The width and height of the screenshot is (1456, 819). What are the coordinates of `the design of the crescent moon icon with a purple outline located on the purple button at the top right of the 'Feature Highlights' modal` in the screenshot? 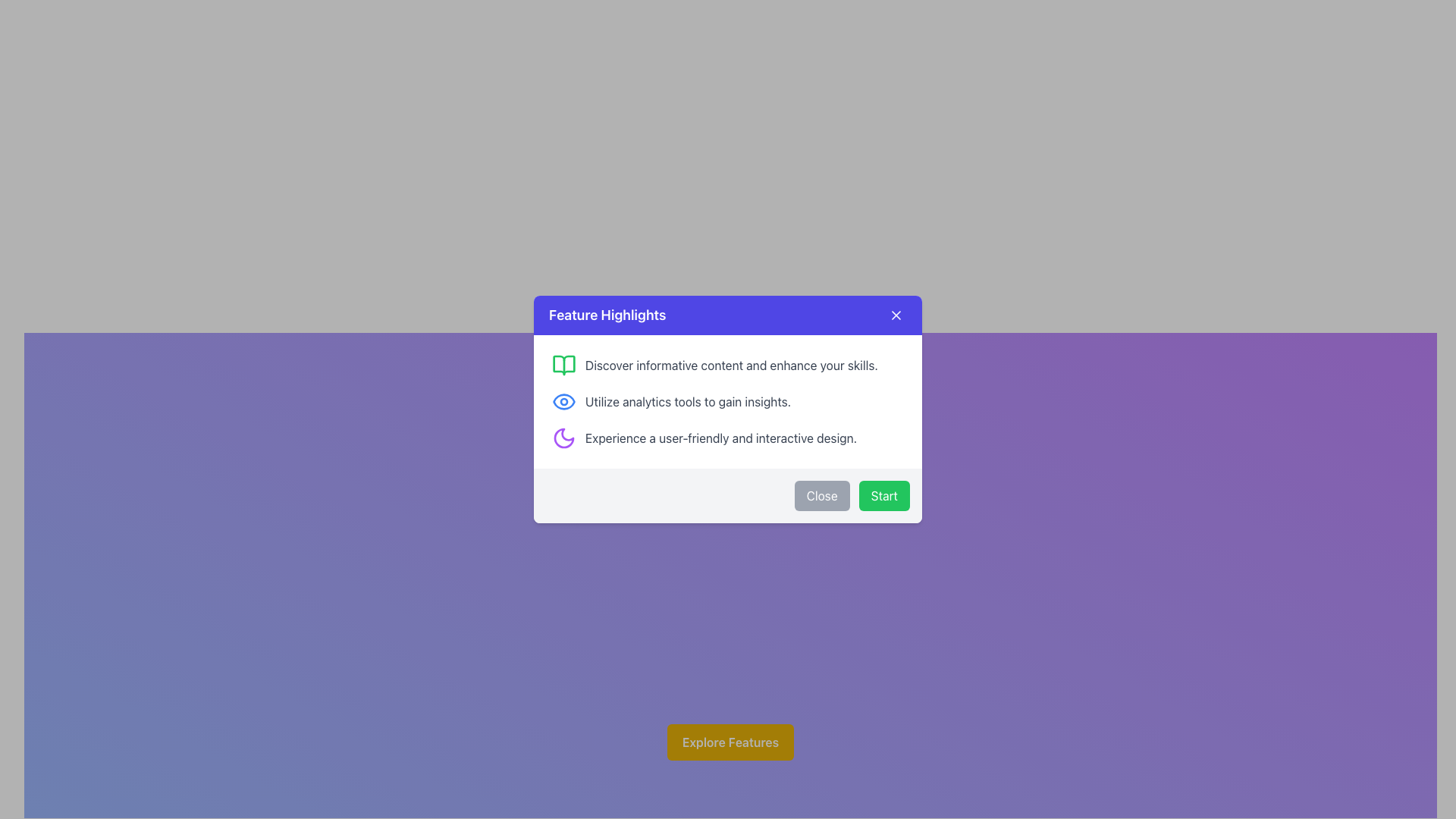 It's located at (563, 438).